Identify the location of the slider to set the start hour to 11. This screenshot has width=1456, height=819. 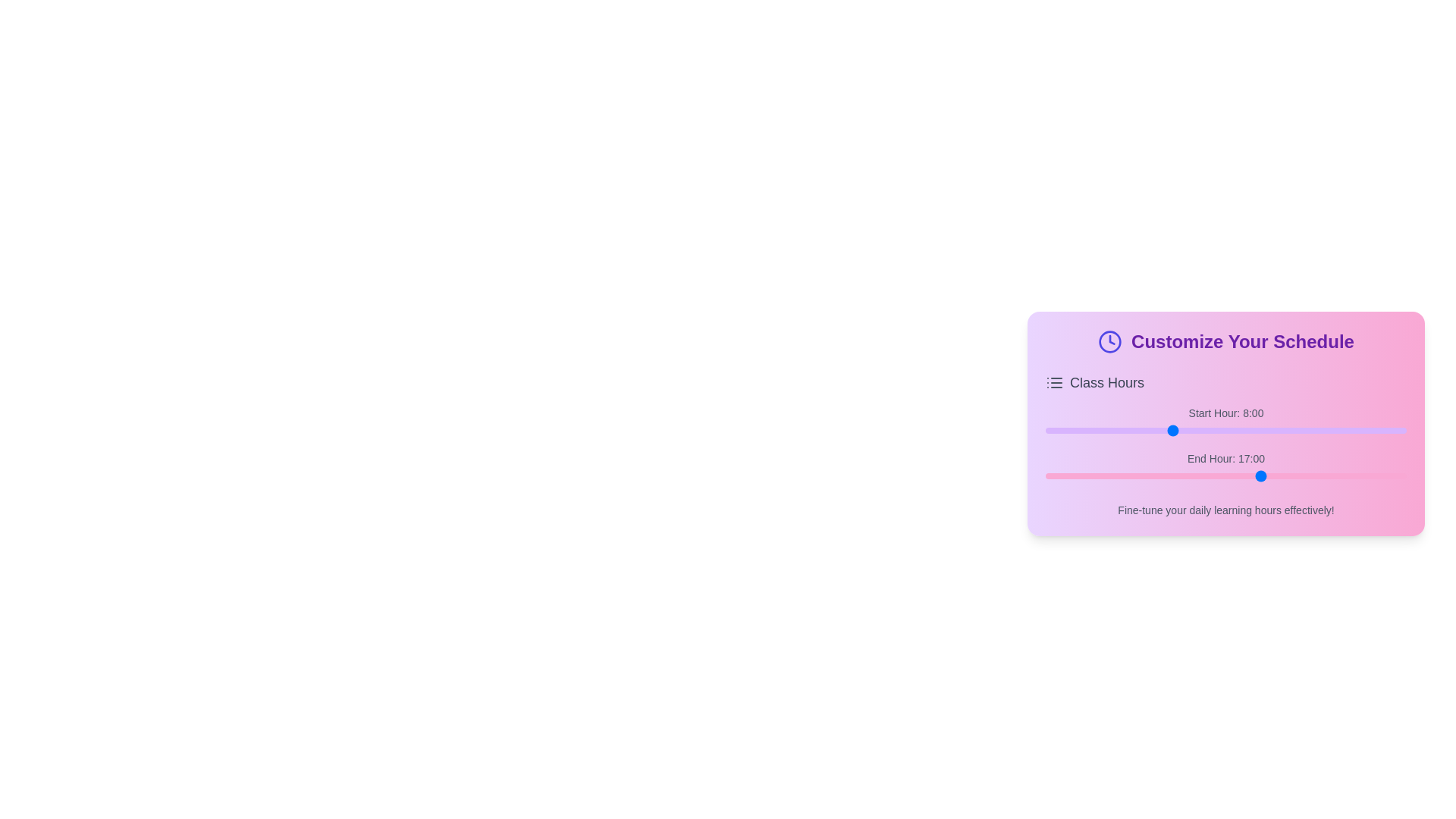
(1218, 430).